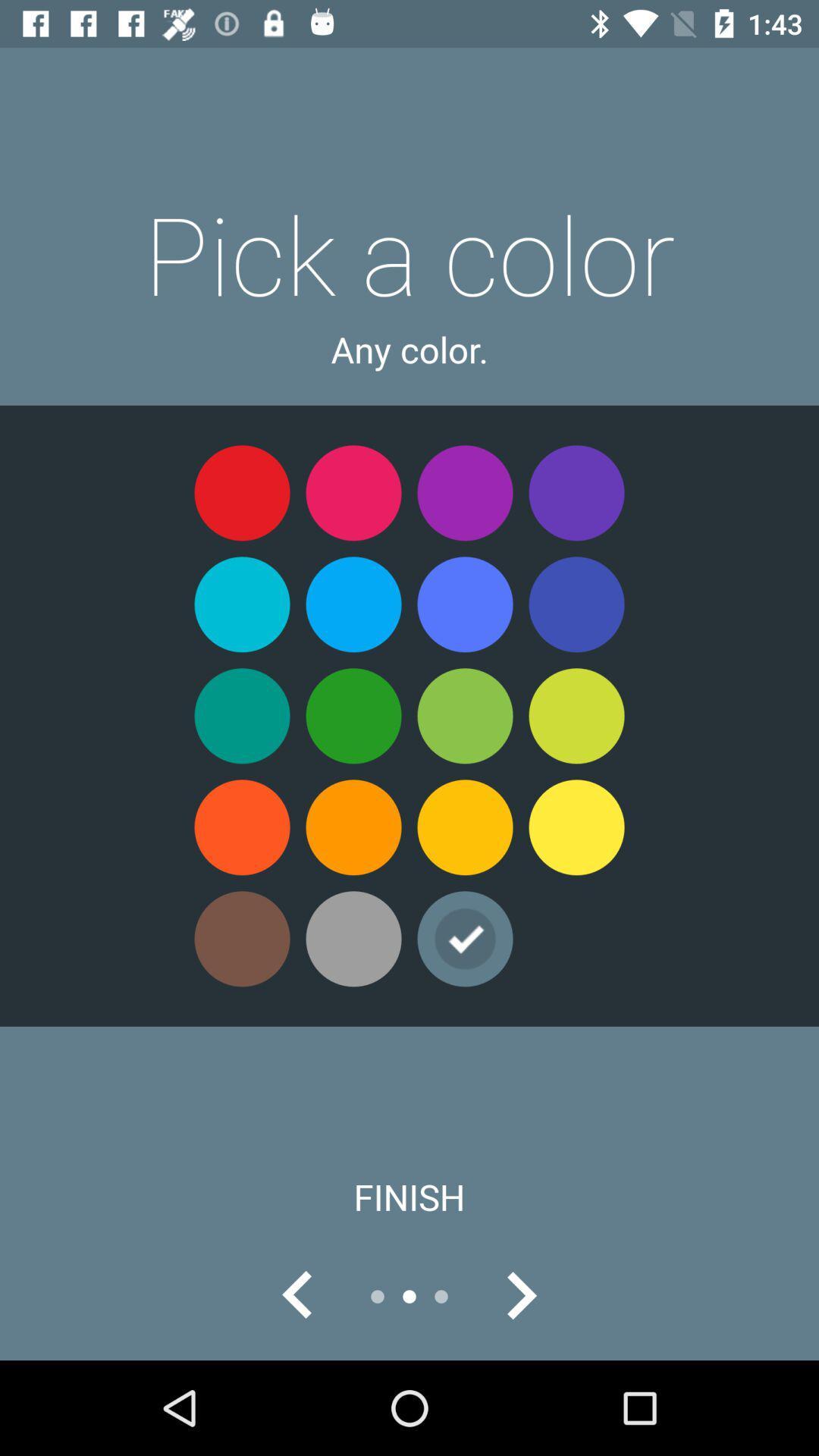 This screenshot has width=819, height=1456. What do you see at coordinates (519, 1295) in the screenshot?
I see `go right` at bounding box center [519, 1295].